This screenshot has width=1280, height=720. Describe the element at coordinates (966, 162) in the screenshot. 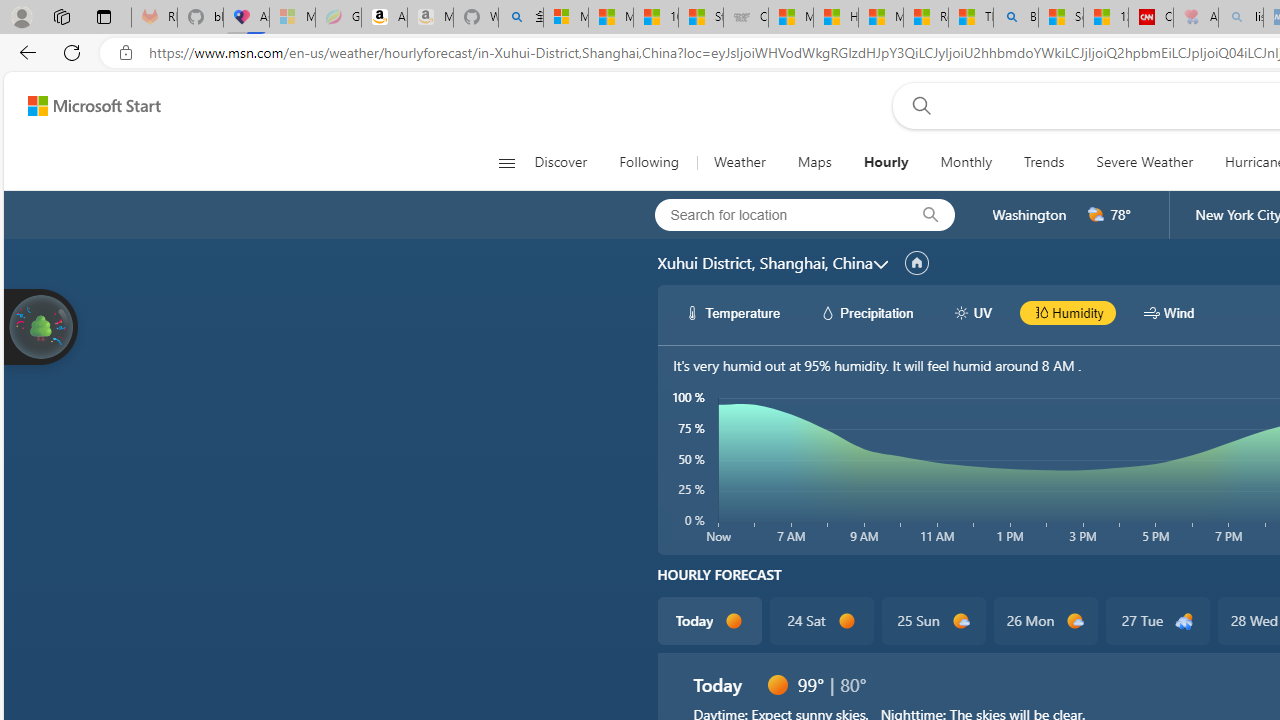

I see `'Monthly'` at that location.